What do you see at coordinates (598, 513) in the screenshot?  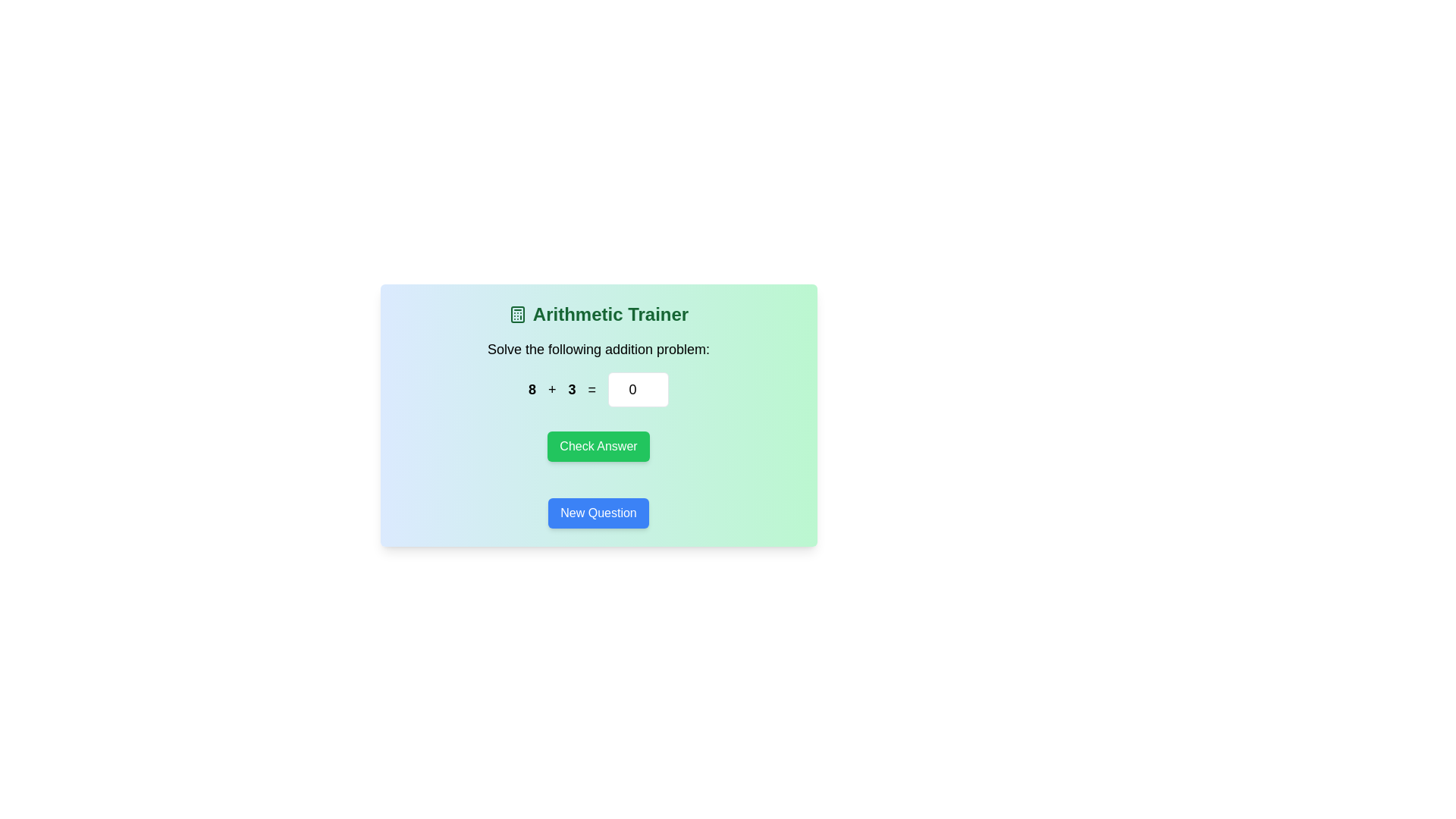 I see `the button that generates a new question, located at the bottom center of the colored card, directly below the green 'Check Answer' button, to observe its hover effect` at bounding box center [598, 513].